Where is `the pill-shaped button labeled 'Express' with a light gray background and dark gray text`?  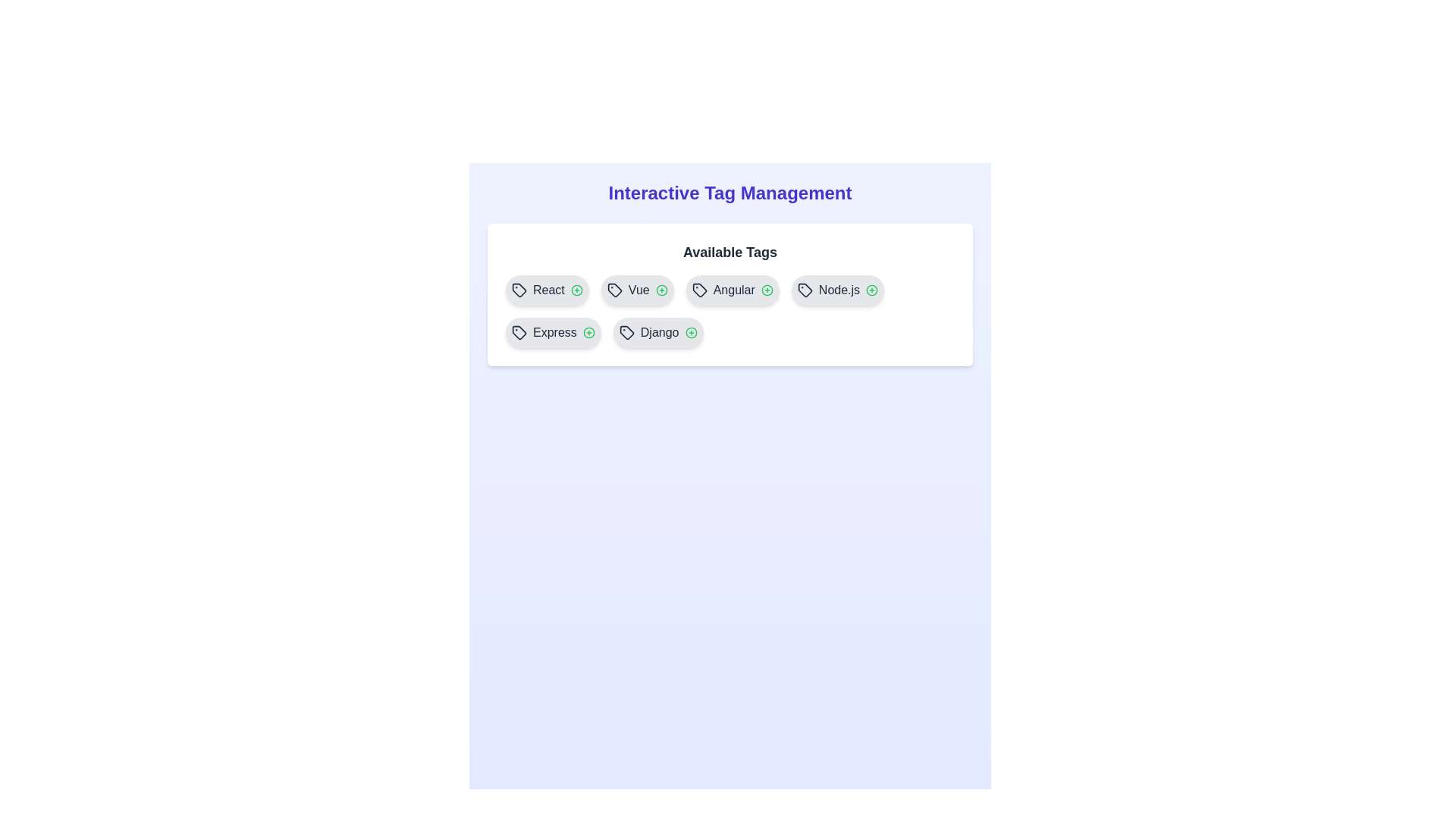 the pill-shaped button labeled 'Express' with a light gray background and dark gray text is located at coordinates (552, 332).